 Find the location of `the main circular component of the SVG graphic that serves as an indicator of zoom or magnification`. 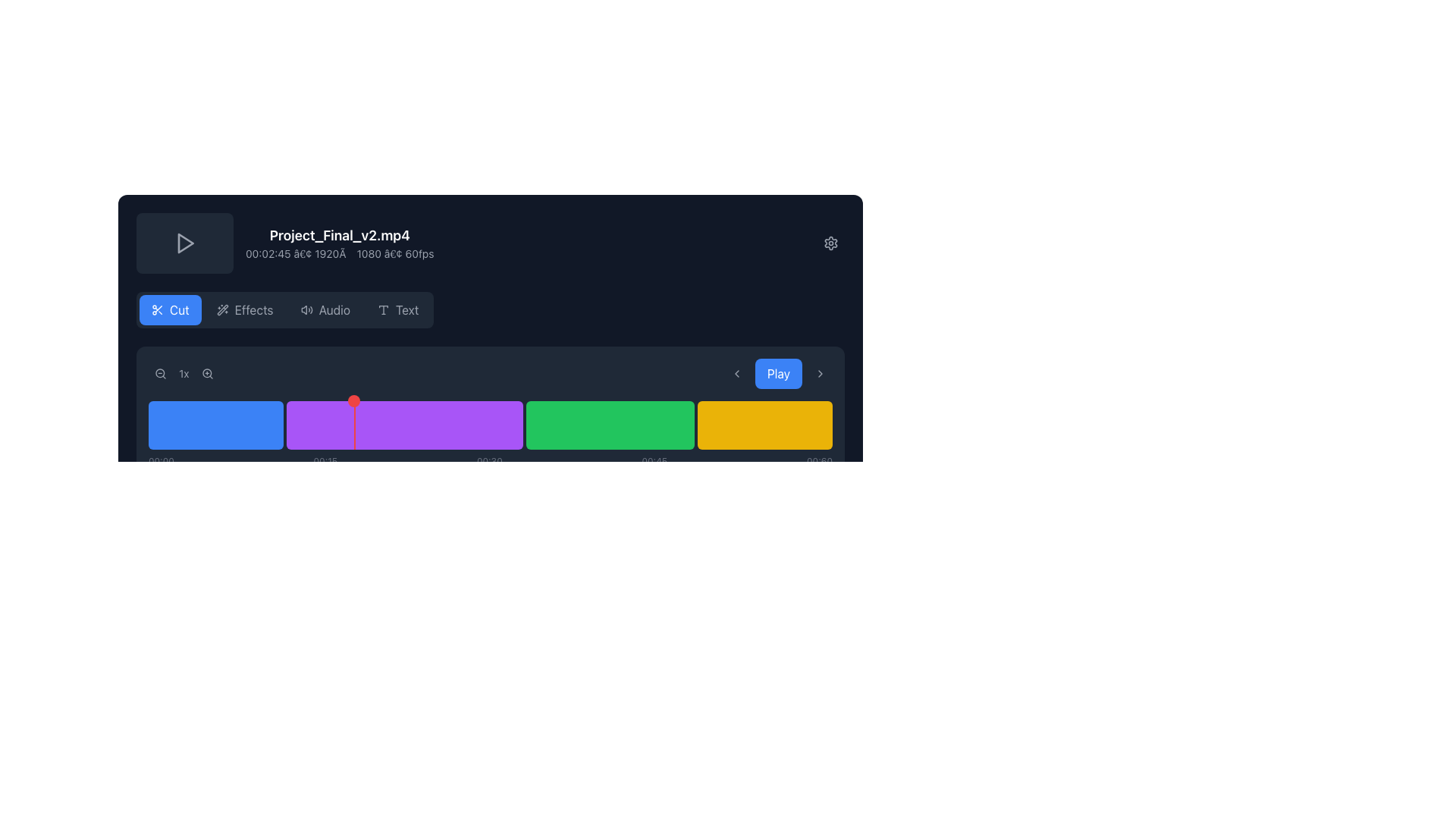

the main circular component of the SVG graphic that serves as an indicator of zoom or magnification is located at coordinates (206, 373).